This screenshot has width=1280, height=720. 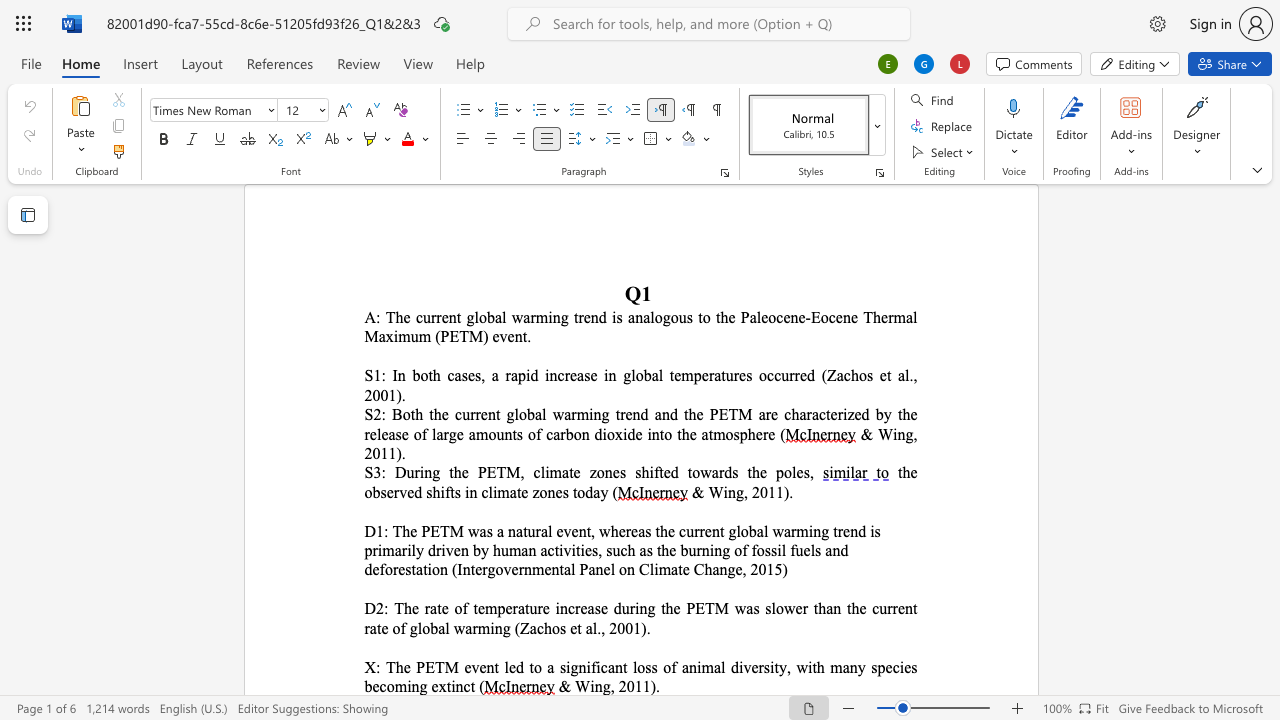 What do you see at coordinates (390, 667) in the screenshot?
I see `the 1th character "T" in the text` at bounding box center [390, 667].